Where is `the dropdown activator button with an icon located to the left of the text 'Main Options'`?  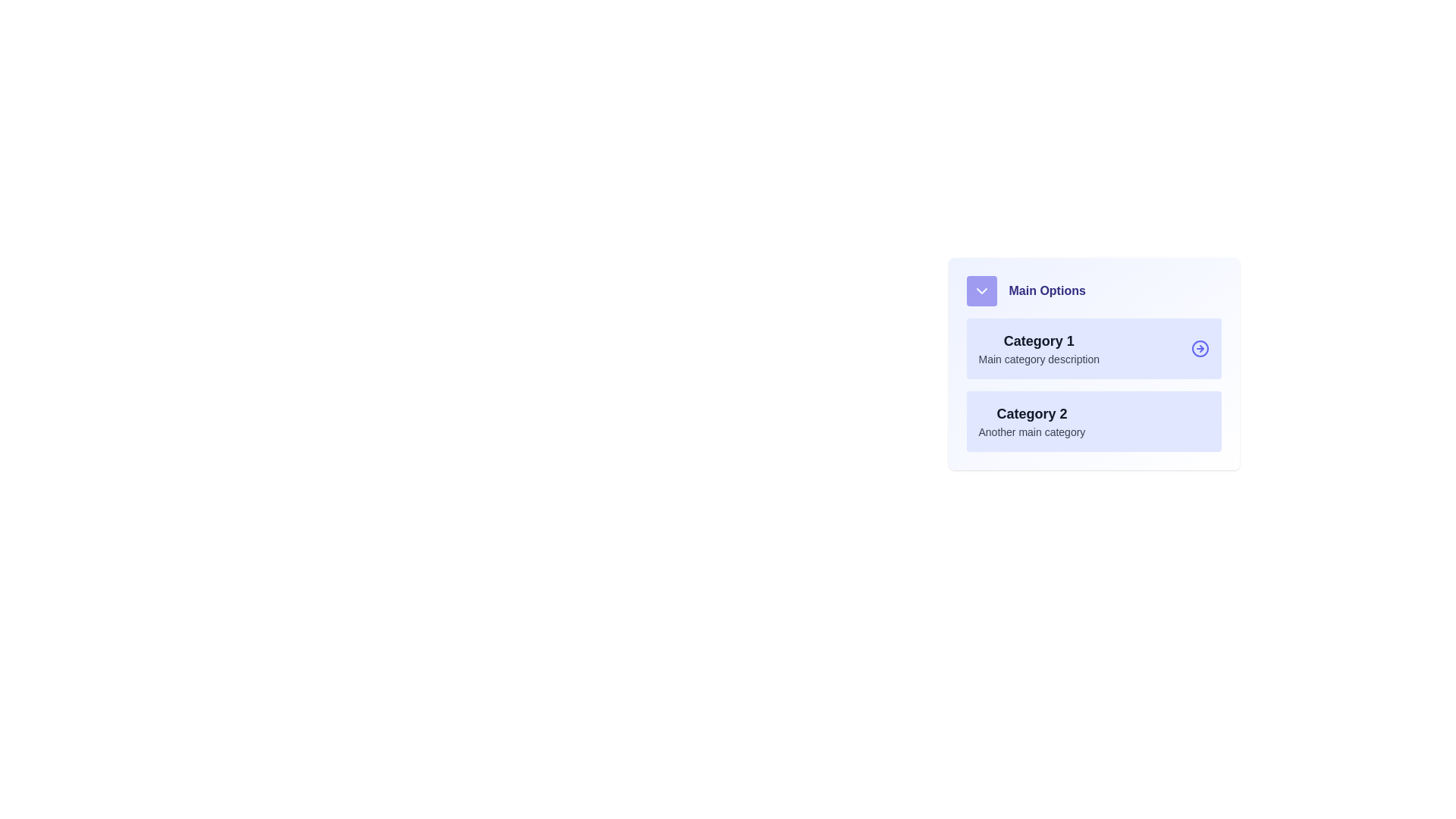 the dropdown activator button with an icon located to the left of the text 'Main Options' is located at coordinates (981, 291).